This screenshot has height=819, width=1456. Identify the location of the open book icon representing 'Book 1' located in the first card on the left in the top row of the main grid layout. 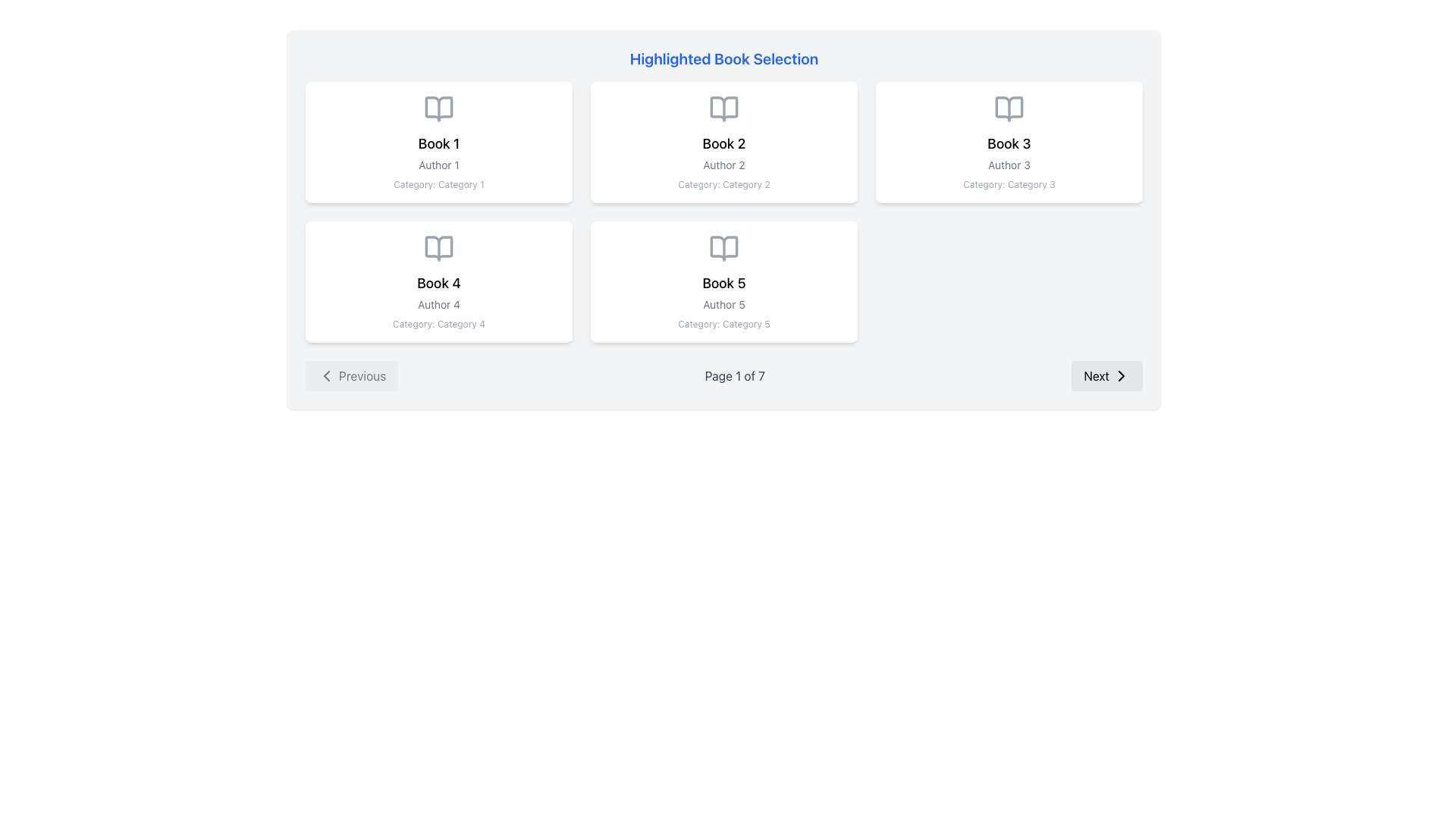
(438, 108).